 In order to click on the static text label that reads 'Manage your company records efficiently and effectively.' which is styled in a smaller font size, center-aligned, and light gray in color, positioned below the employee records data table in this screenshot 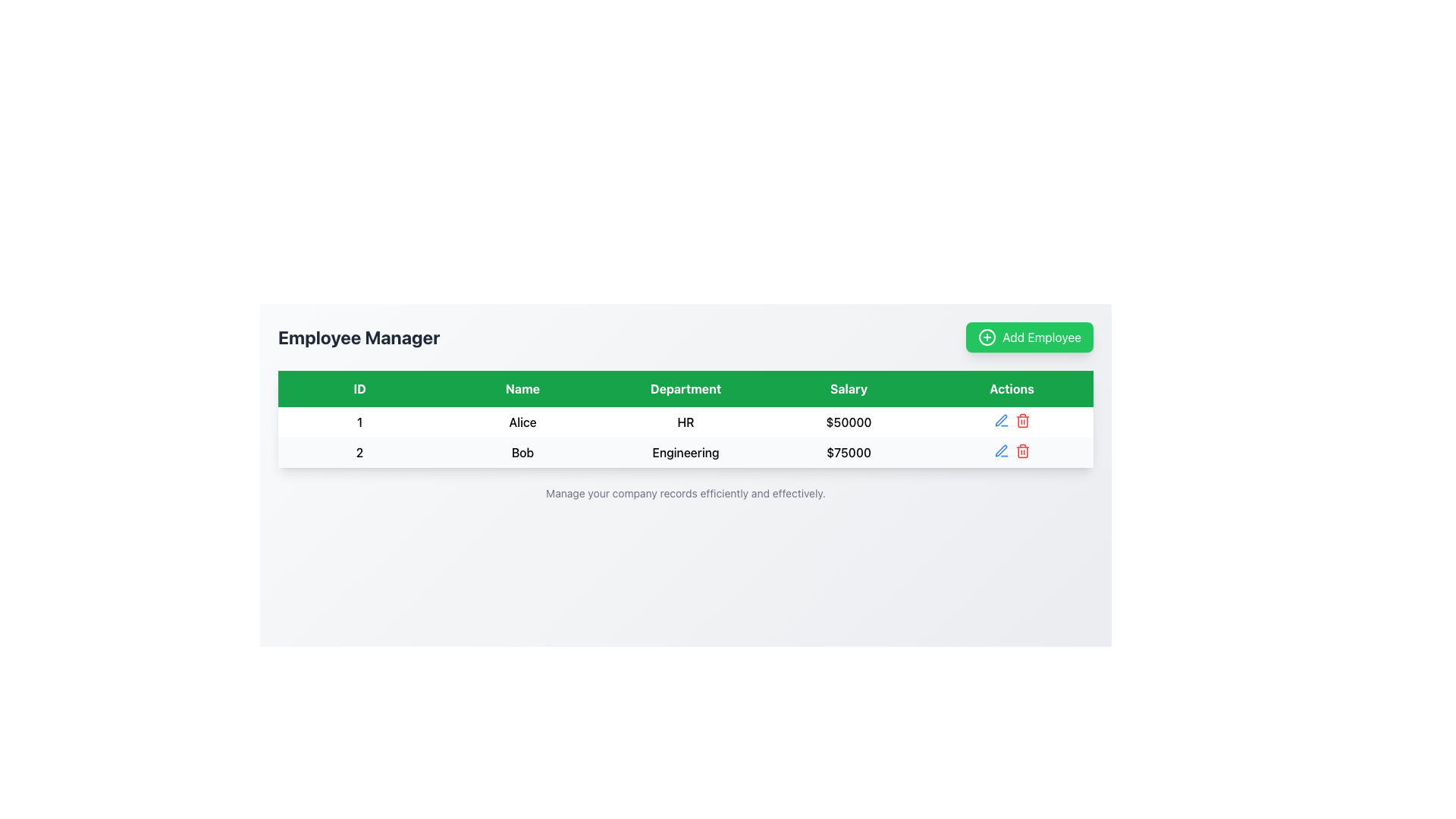, I will do `click(685, 494)`.